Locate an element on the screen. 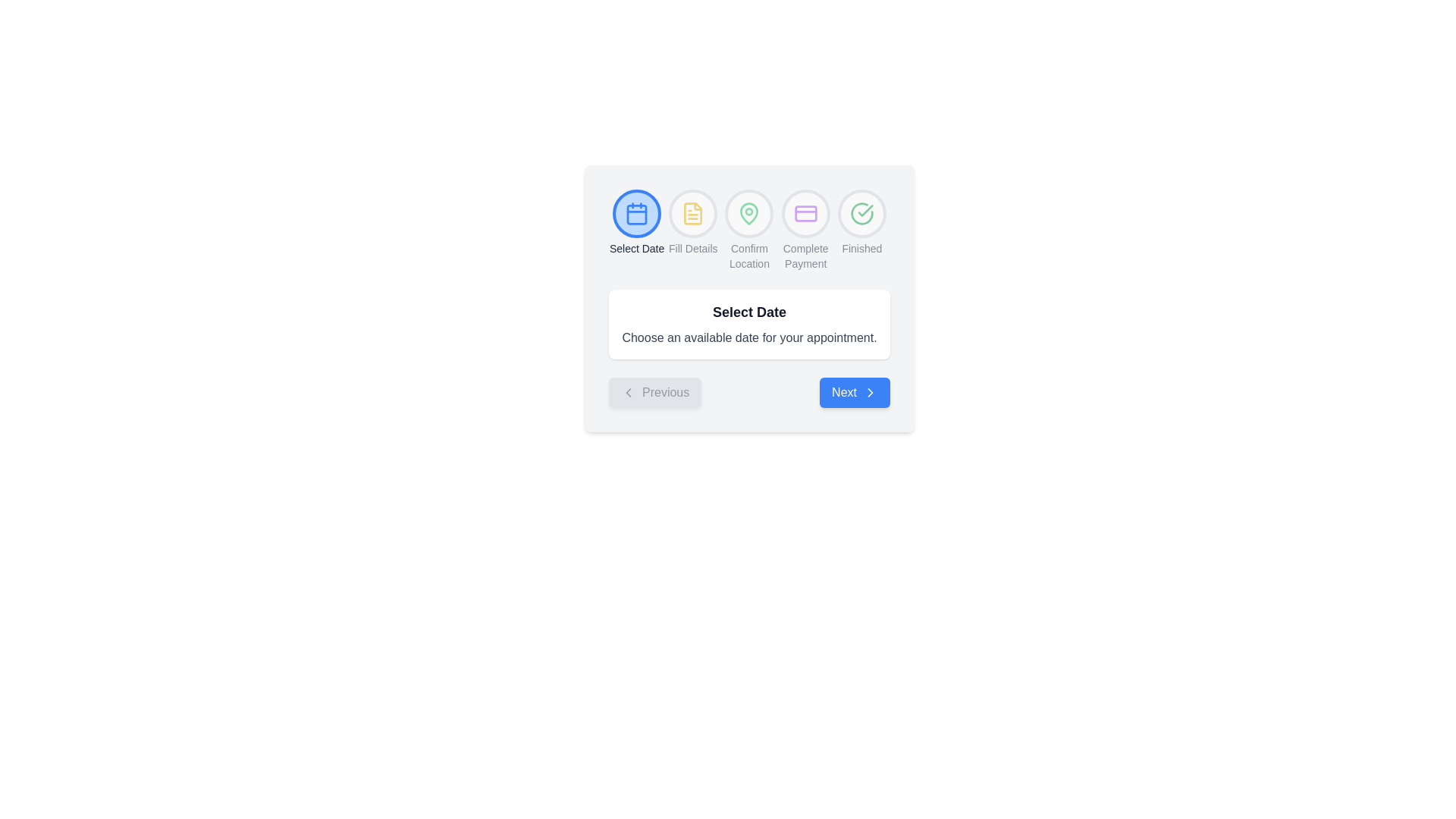  the status of the fifth icon representing a completion indicator in the progress section is located at coordinates (861, 213).